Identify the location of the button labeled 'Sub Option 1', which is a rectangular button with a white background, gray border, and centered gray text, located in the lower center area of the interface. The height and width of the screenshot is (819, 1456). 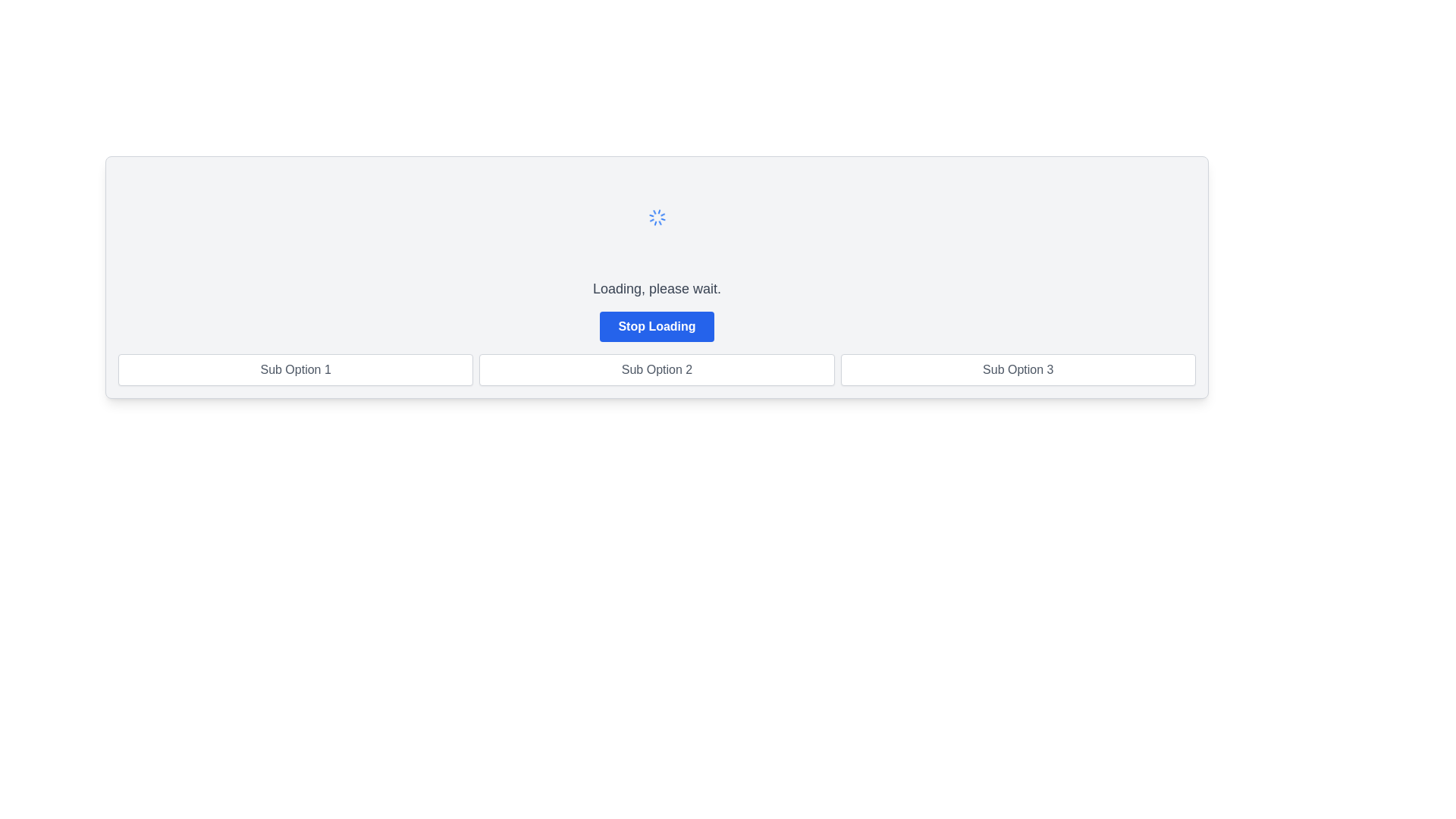
(296, 370).